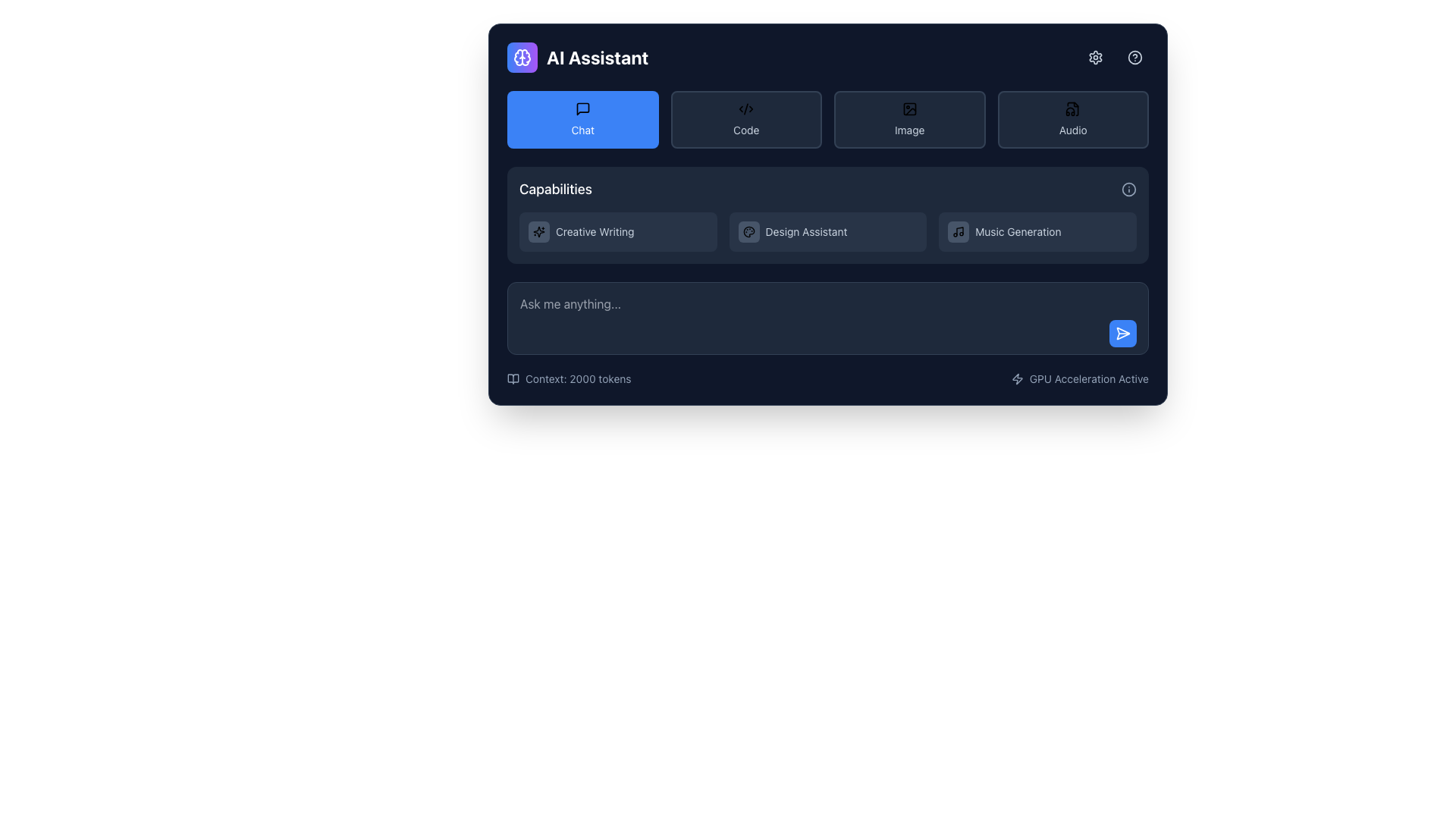 This screenshot has width=1456, height=819. What do you see at coordinates (827, 119) in the screenshot?
I see `the 'Image' button in the Navigation Menu` at bounding box center [827, 119].